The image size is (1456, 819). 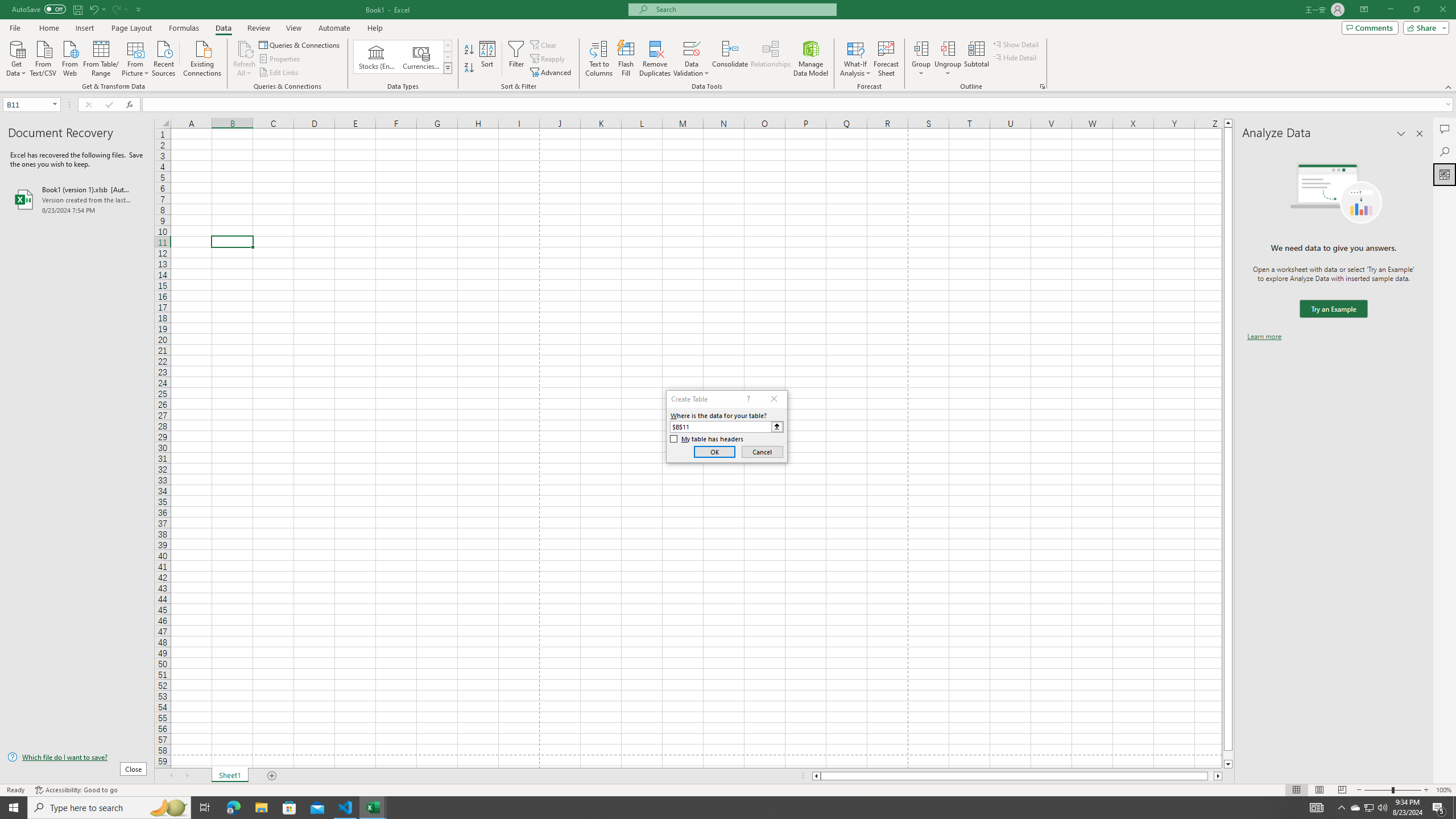 I want to click on 'Edit Links', so click(x=279, y=72).